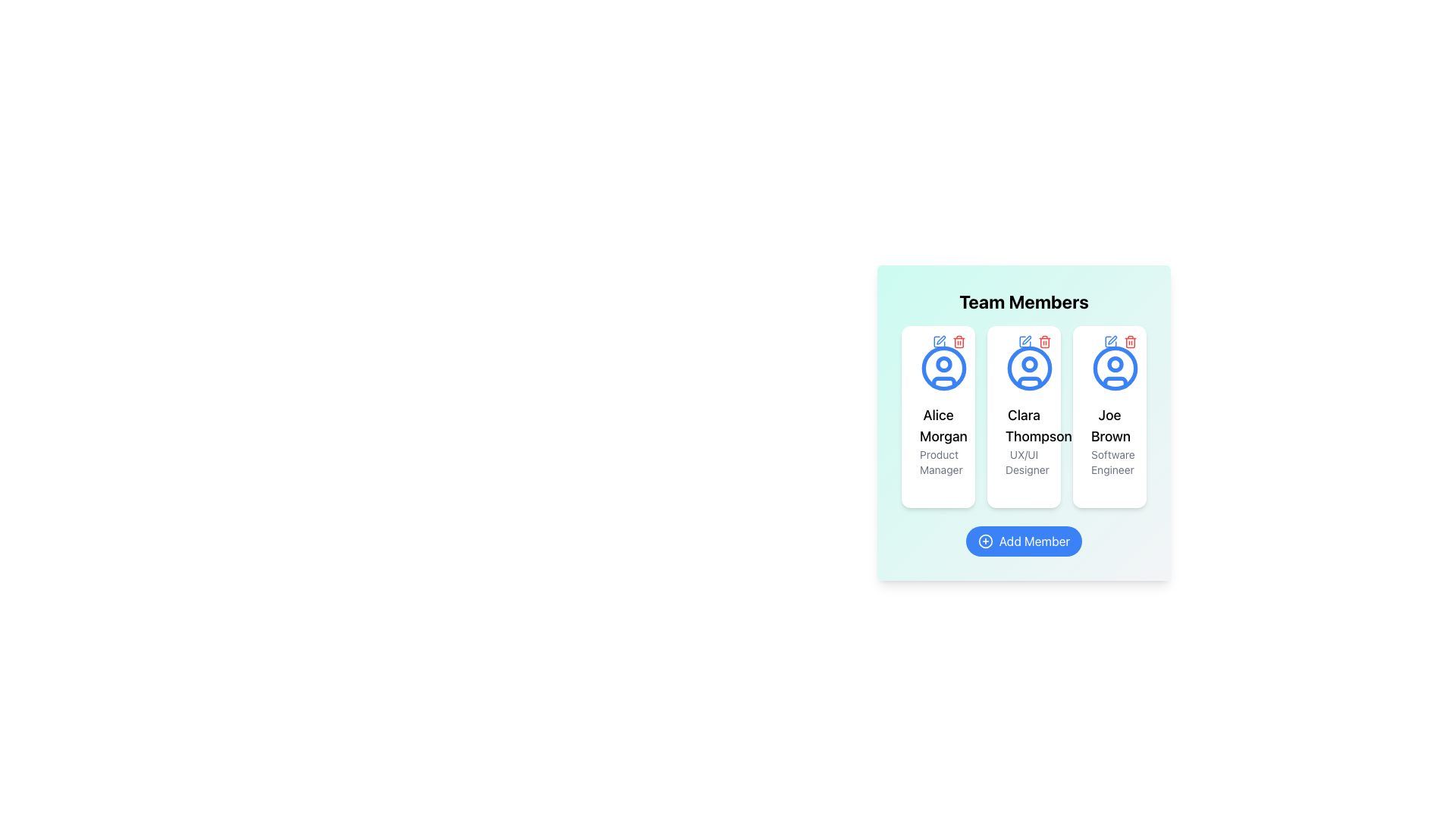 The height and width of the screenshot is (819, 1456). What do you see at coordinates (1121, 342) in the screenshot?
I see `the icon group containing a blue edit icon and a red delete icon located in the top-right corner of Joe Brown's profile card` at bounding box center [1121, 342].